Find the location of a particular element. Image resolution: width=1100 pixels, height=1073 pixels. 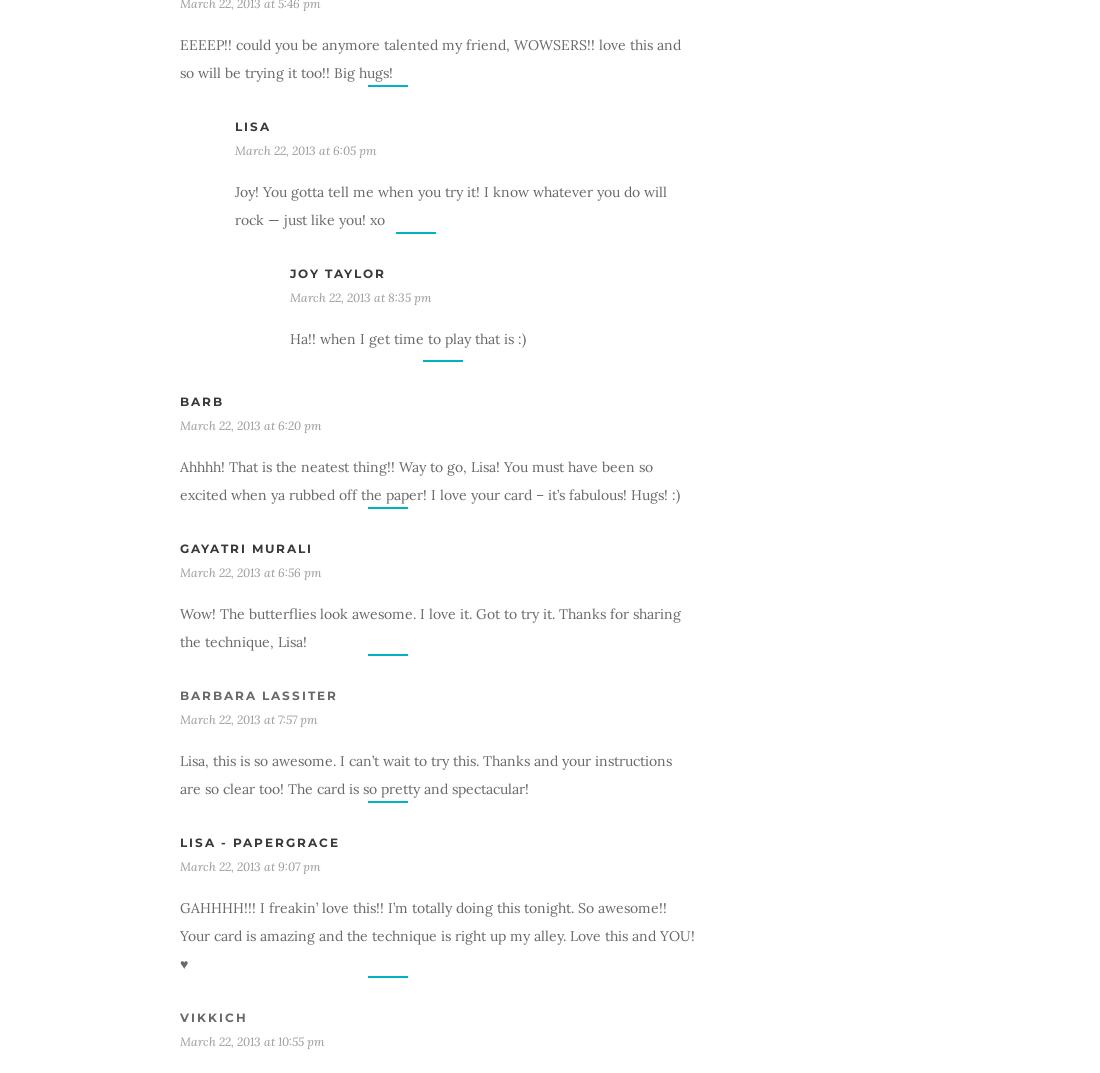

'Lisa - papergrace' is located at coordinates (260, 840).